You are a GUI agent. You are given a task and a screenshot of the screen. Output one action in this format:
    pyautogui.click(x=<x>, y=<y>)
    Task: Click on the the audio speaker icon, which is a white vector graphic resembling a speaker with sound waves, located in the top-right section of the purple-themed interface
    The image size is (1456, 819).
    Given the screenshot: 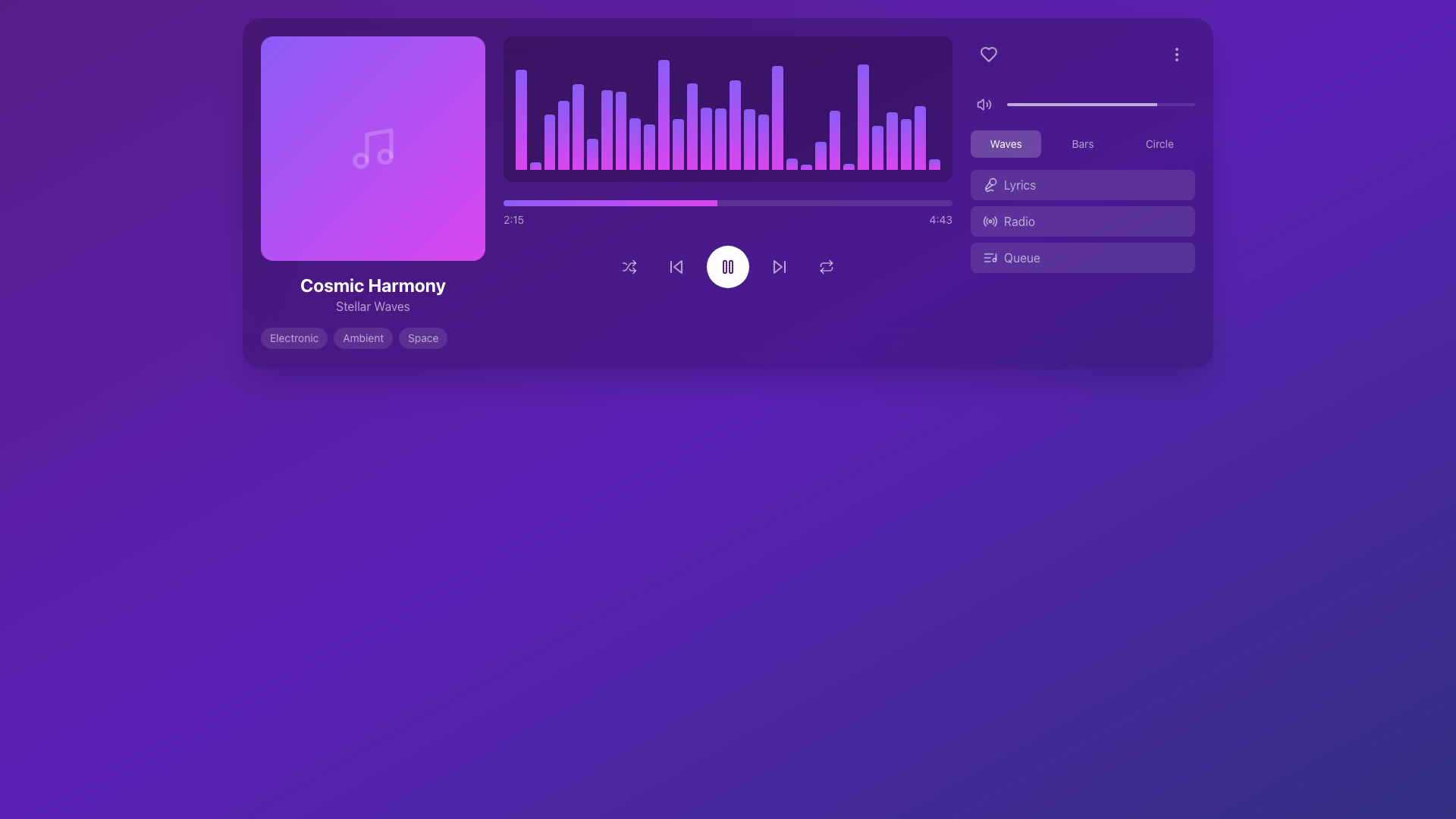 What is the action you would take?
    pyautogui.click(x=984, y=104)
    